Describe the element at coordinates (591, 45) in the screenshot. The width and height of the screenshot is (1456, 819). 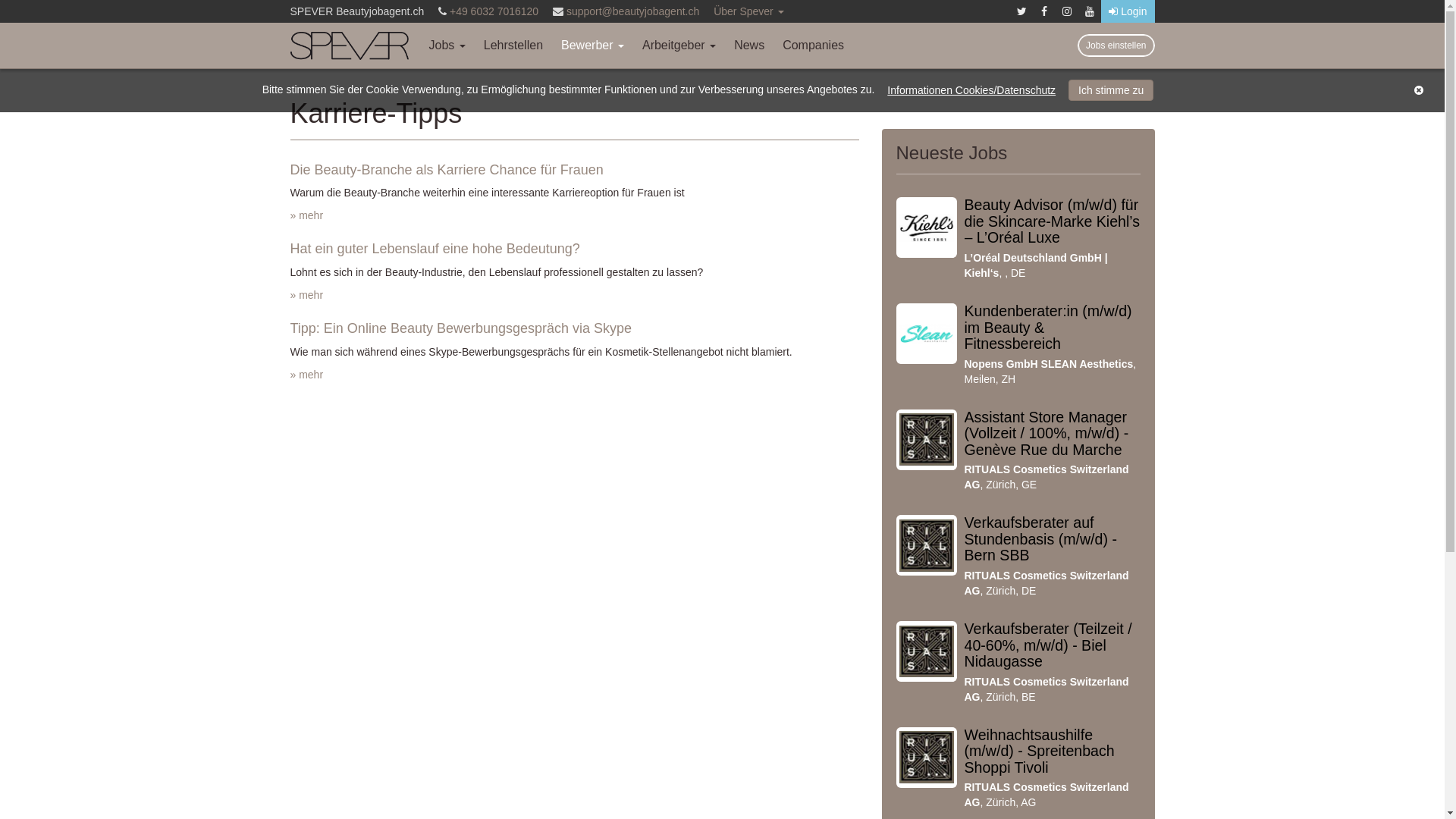
I see `'Bewerber'` at that location.